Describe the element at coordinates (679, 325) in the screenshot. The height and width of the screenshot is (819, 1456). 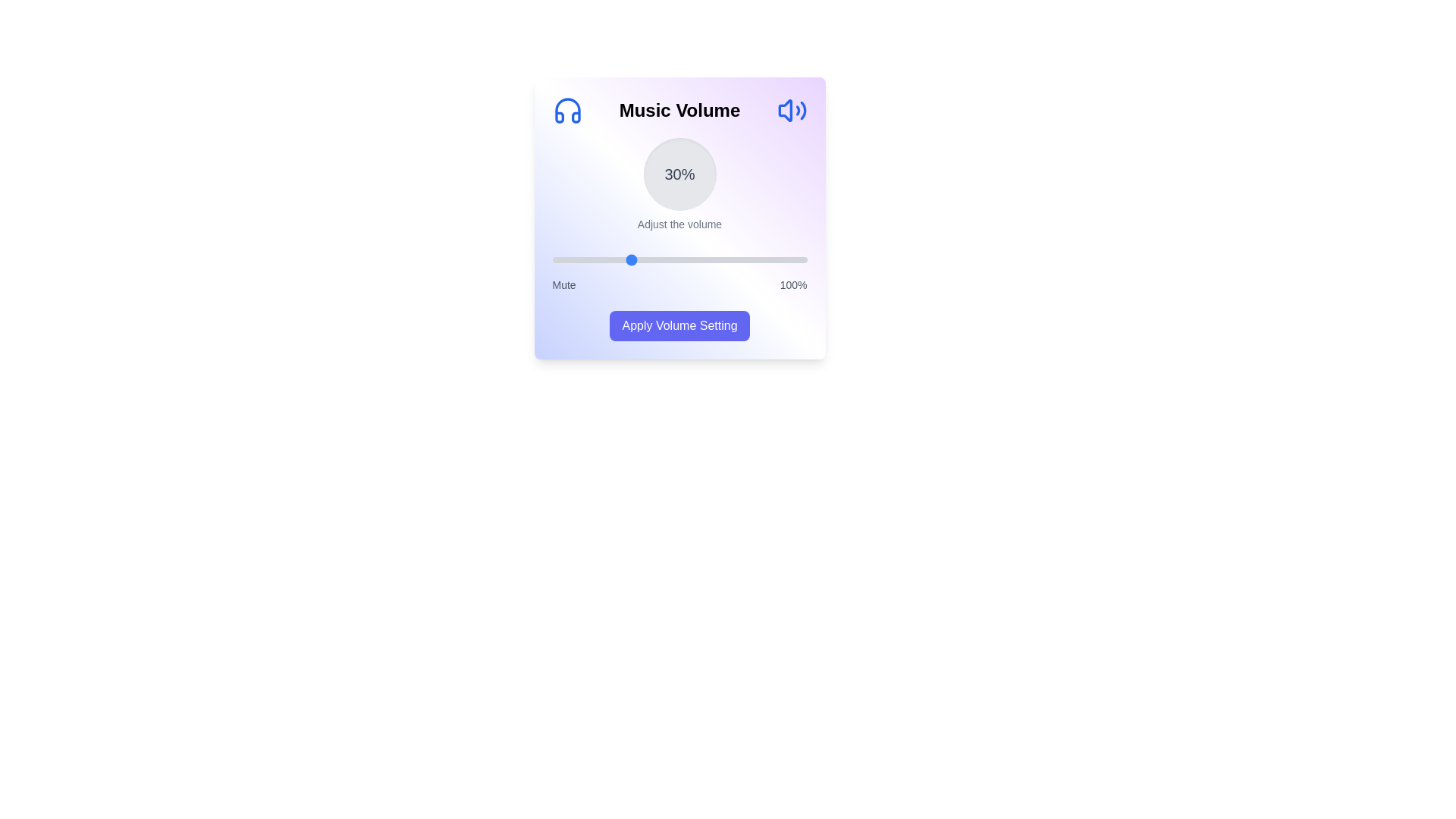
I see `the 'Apply Volume Setting' button` at that location.